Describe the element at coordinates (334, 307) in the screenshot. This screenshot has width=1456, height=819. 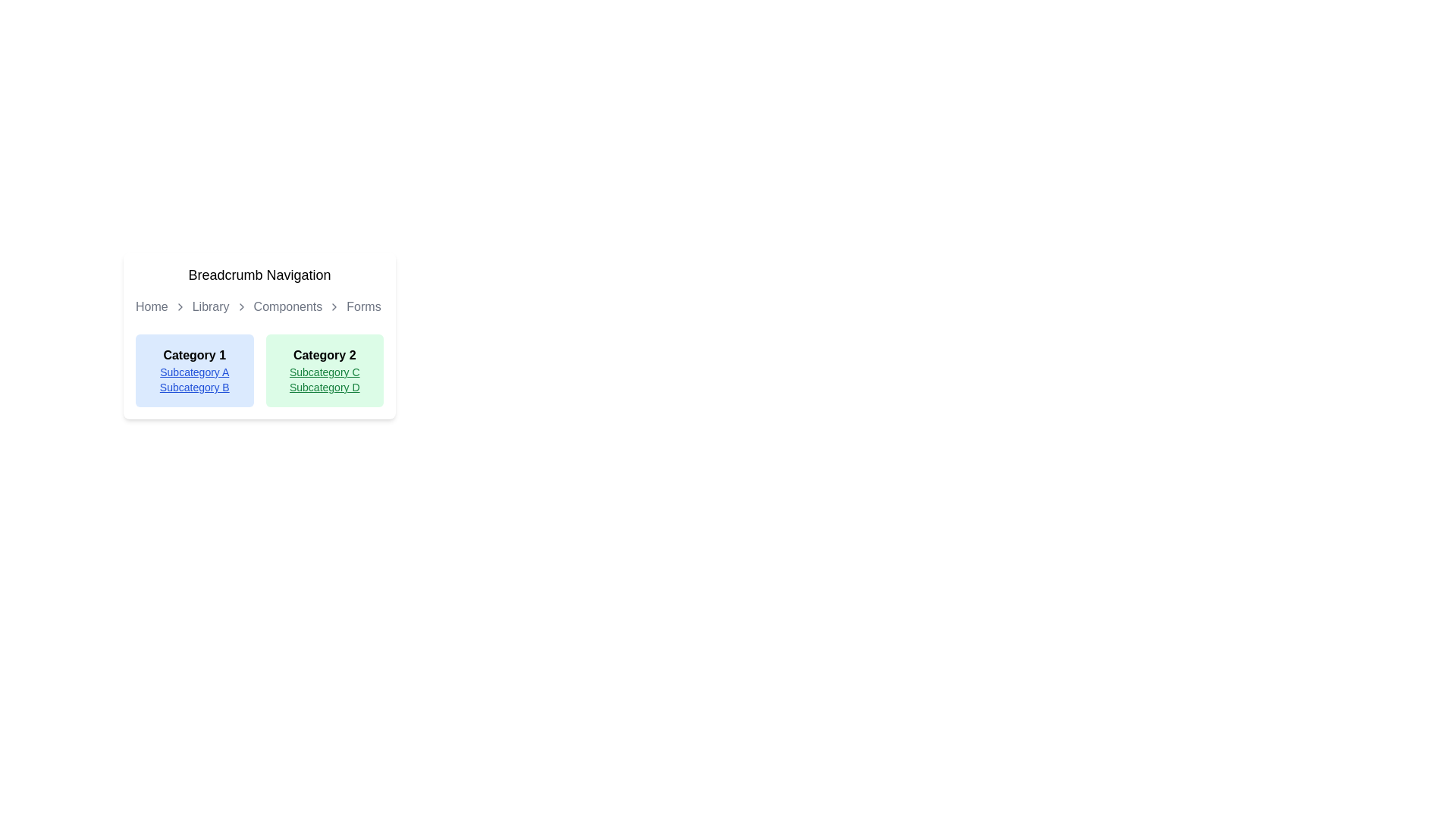
I see `the small chevron icon pointing to the right in the breadcrumb navigation bar, located between 'Components' and 'Forms'` at that location.